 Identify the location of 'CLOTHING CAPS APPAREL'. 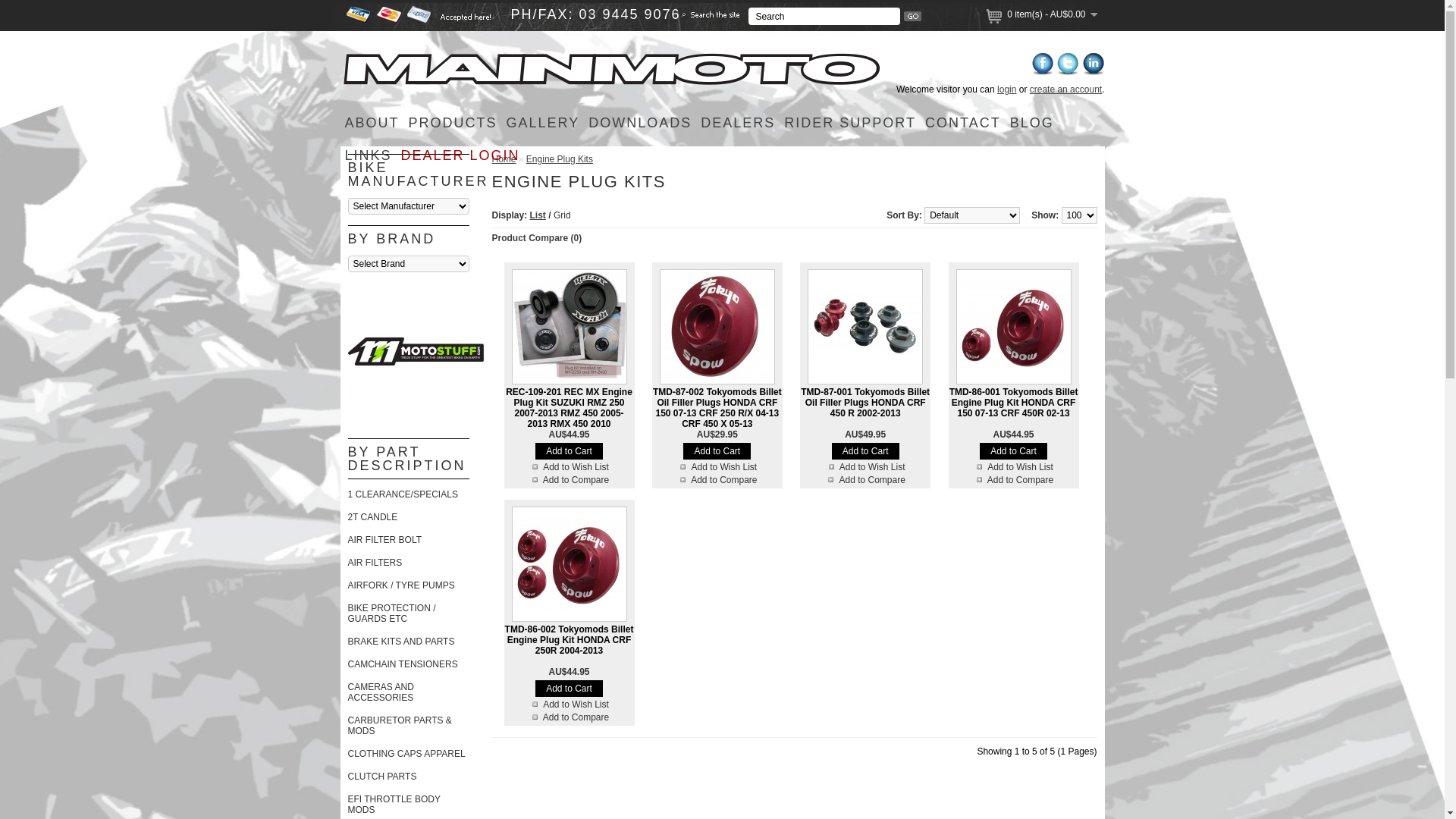
(346, 754).